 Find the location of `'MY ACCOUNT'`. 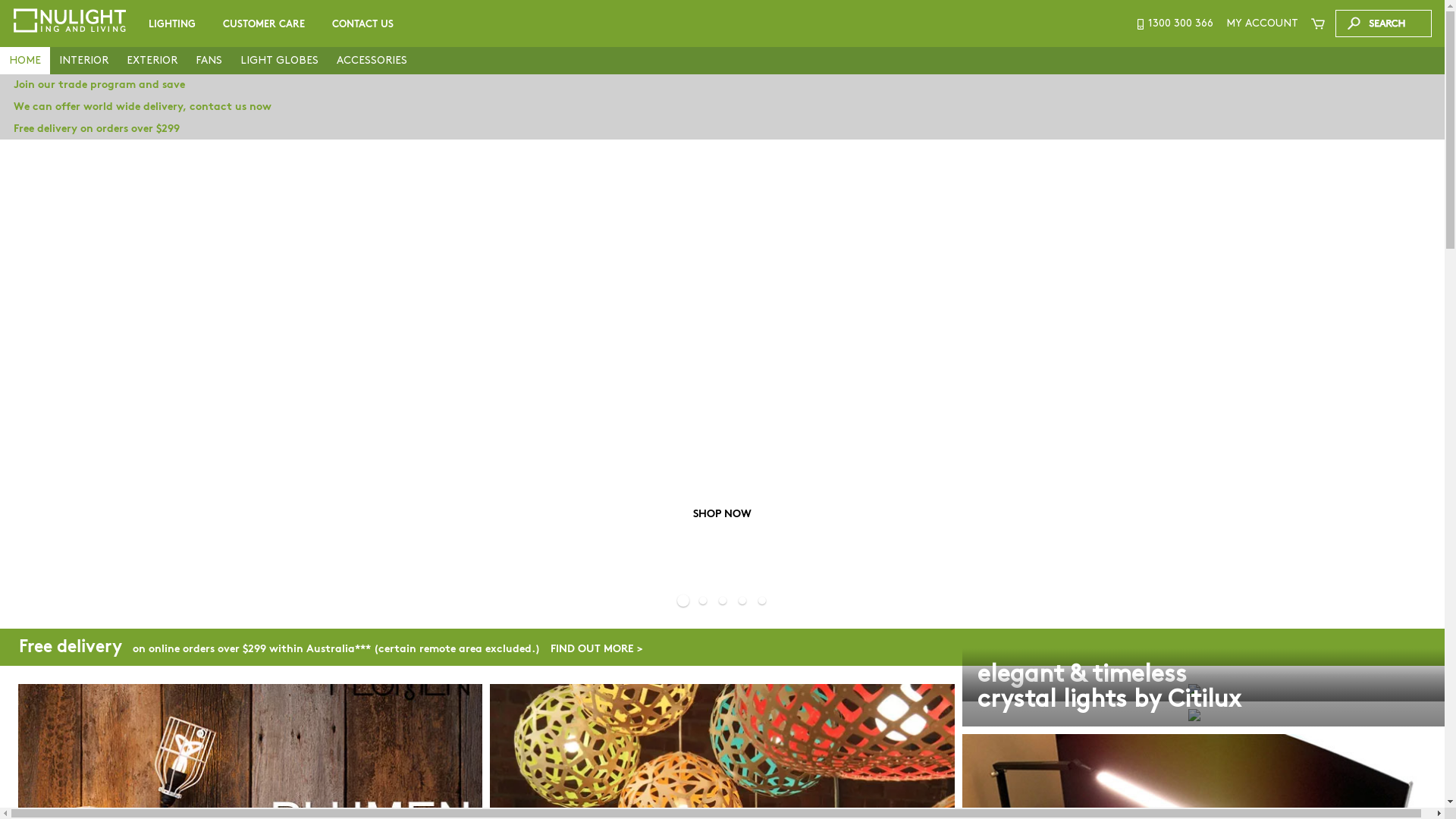

'MY ACCOUNT' is located at coordinates (1220, 23).